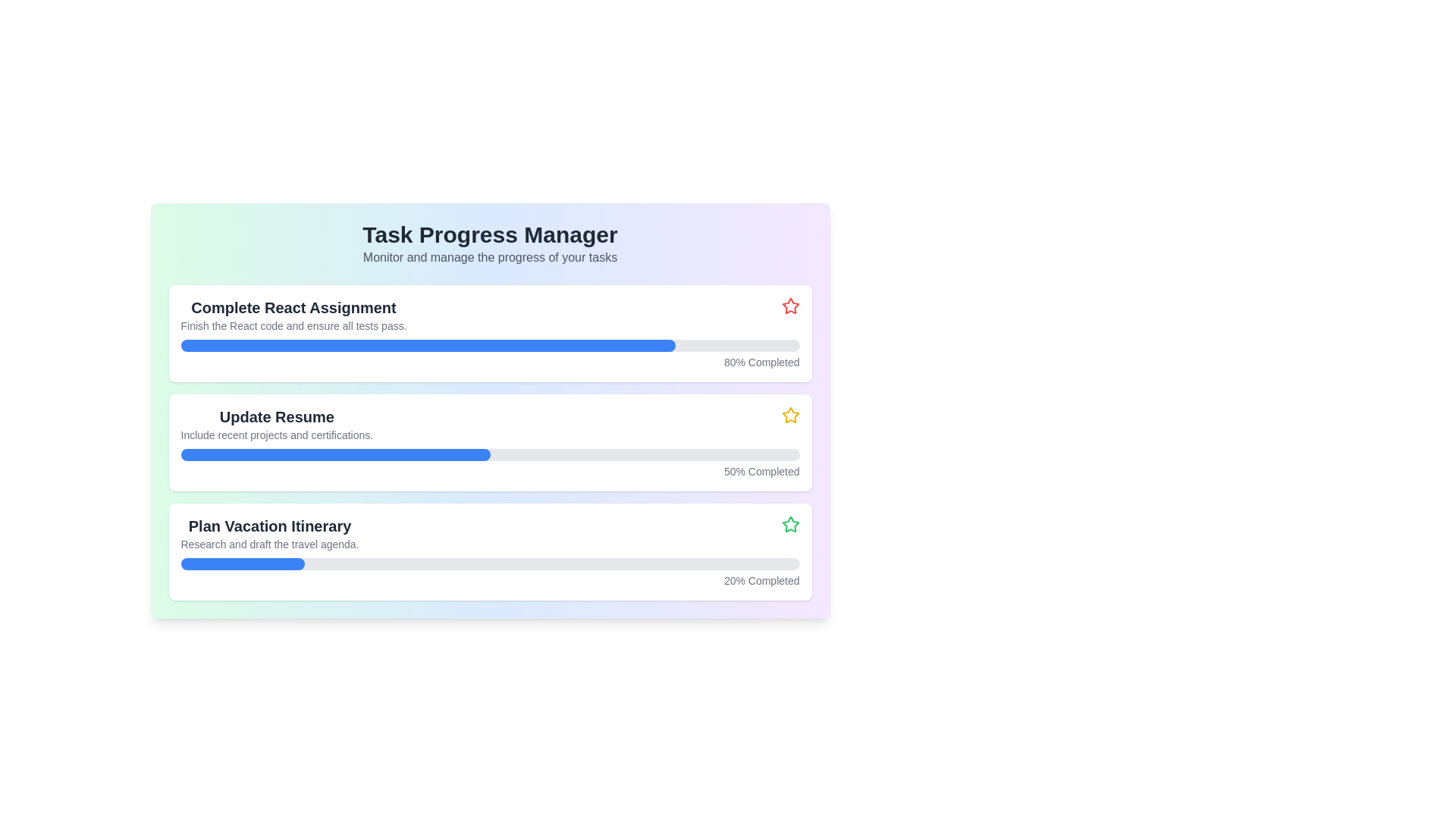 This screenshot has height=819, width=1456. Describe the element at coordinates (269, 533) in the screenshot. I see `the text-based task item titled 'Plan Vacation Itinerary'` at that location.